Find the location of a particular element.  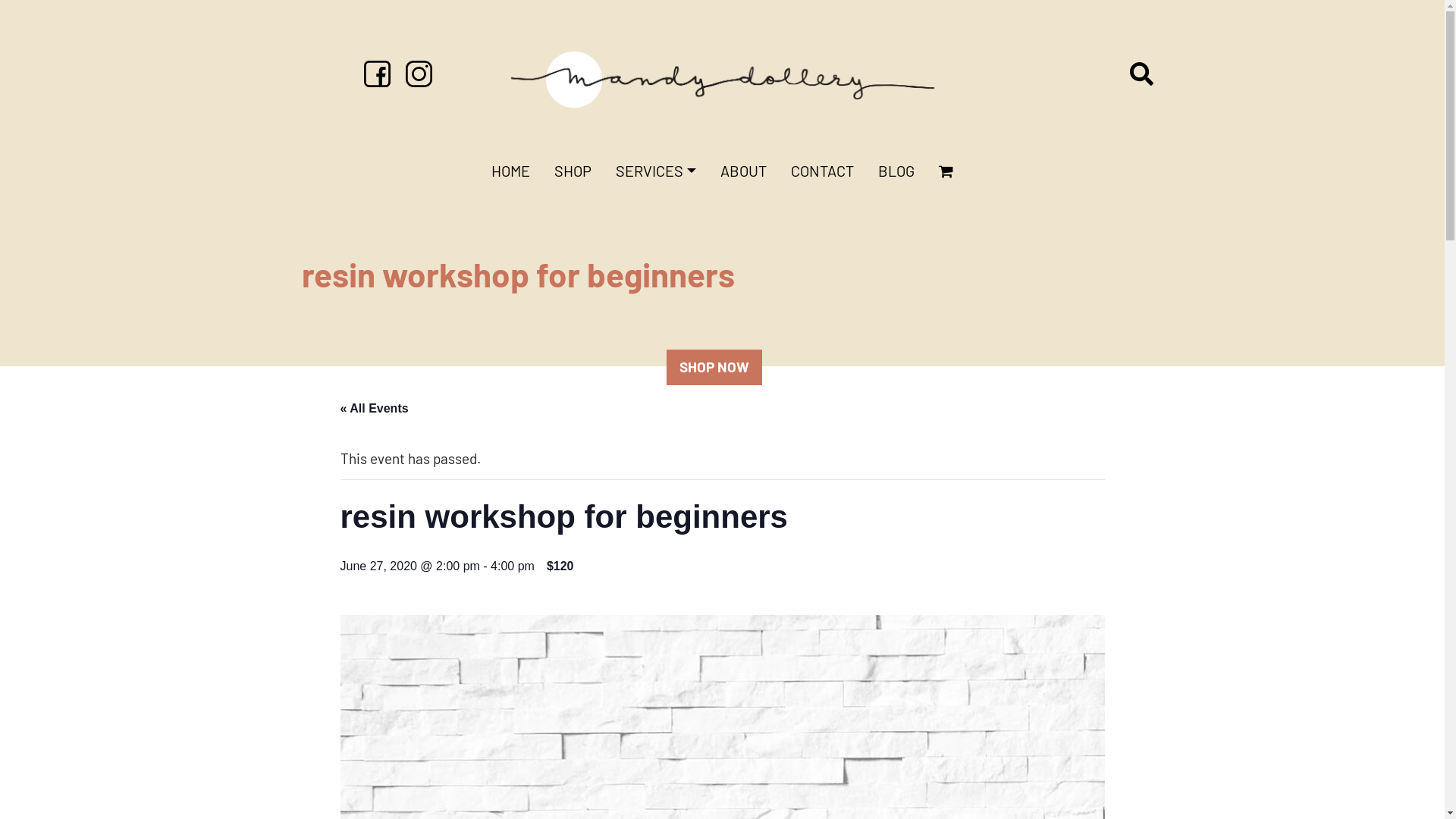

'ABOUT' is located at coordinates (743, 170).